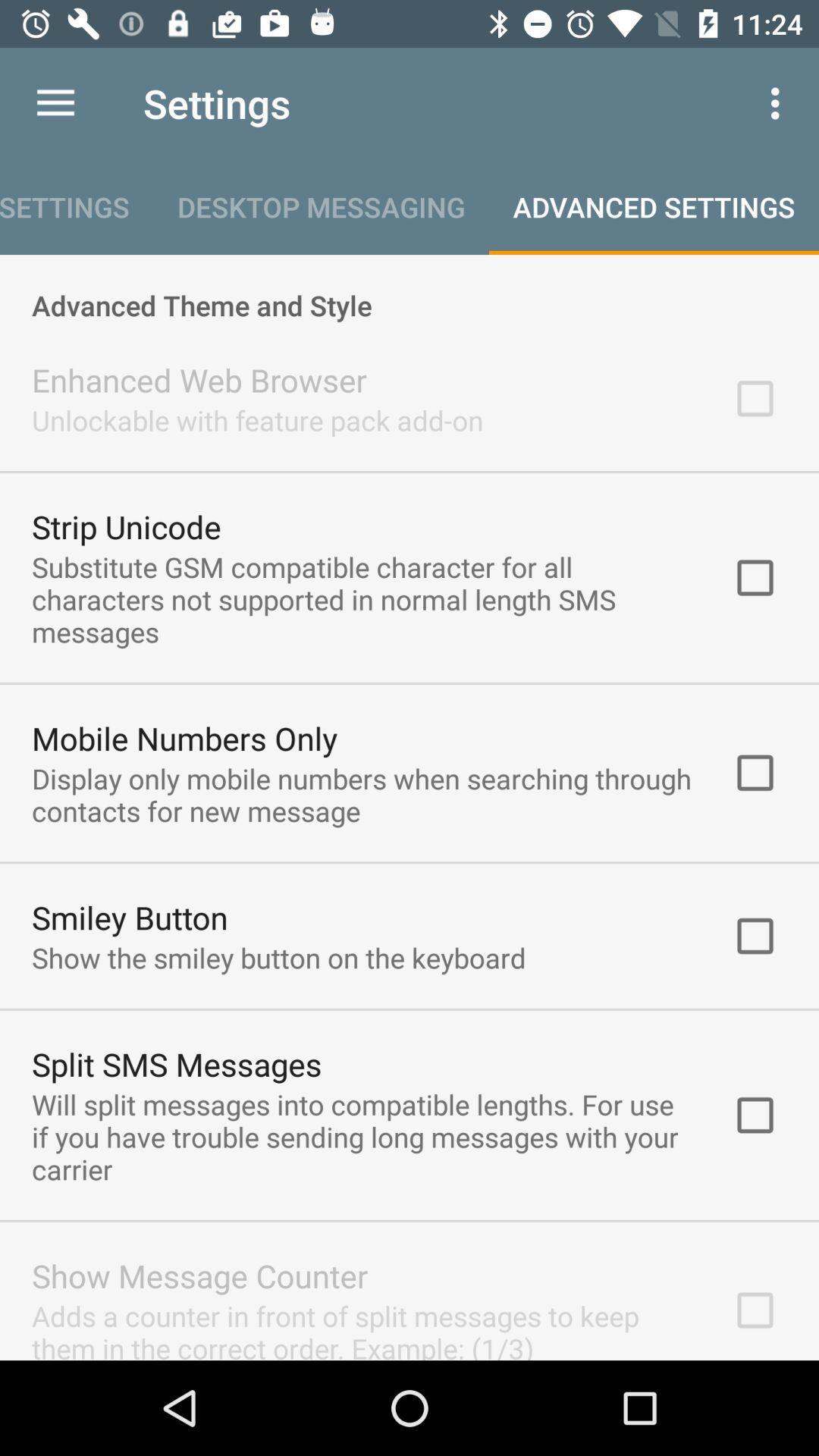 This screenshot has height=1456, width=819. Describe the element at coordinates (256, 420) in the screenshot. I see `unlockable with feature item` at that location.